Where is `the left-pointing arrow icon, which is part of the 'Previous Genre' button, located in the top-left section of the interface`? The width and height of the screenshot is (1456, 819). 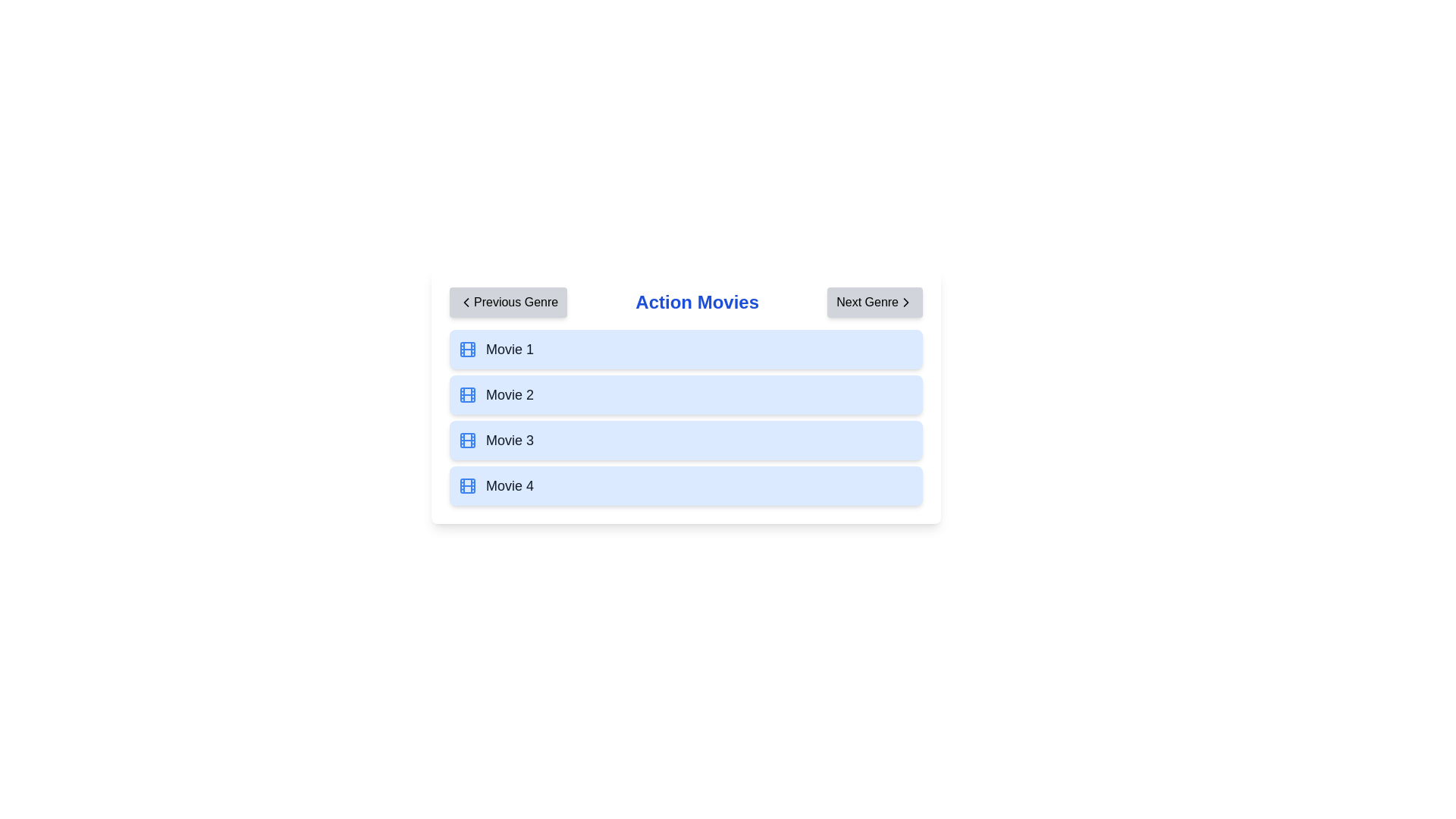 the left-pointing arrow icon, which is part of the 'Previous Genre' button, located in the top-left section of the interface is located at coordinates (465, 302).